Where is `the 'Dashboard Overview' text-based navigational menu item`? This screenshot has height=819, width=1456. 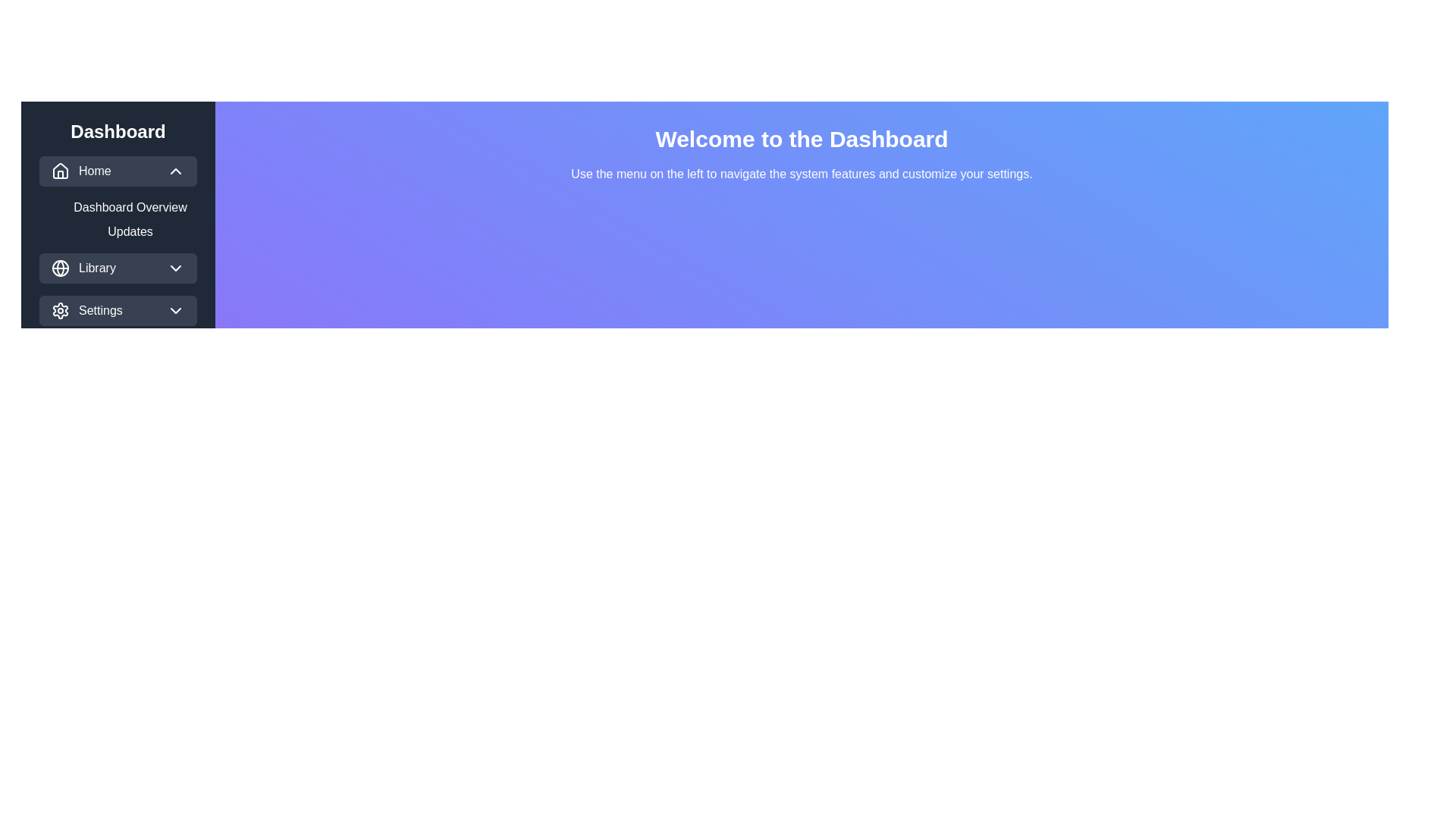
the 'Dashboard Overview' text-based navigational menu item is located at coordinates (130, 207).